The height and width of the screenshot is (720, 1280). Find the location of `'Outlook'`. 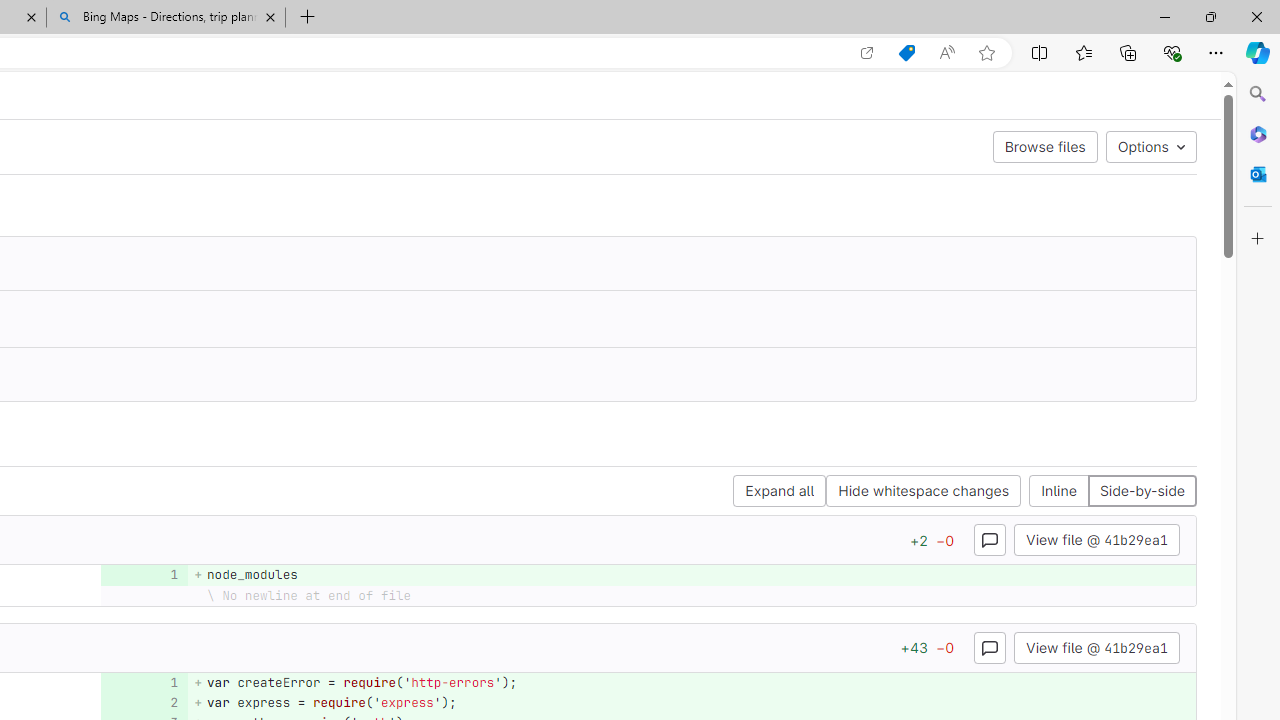

'Outlook' is located at coordinates (1257, 173).